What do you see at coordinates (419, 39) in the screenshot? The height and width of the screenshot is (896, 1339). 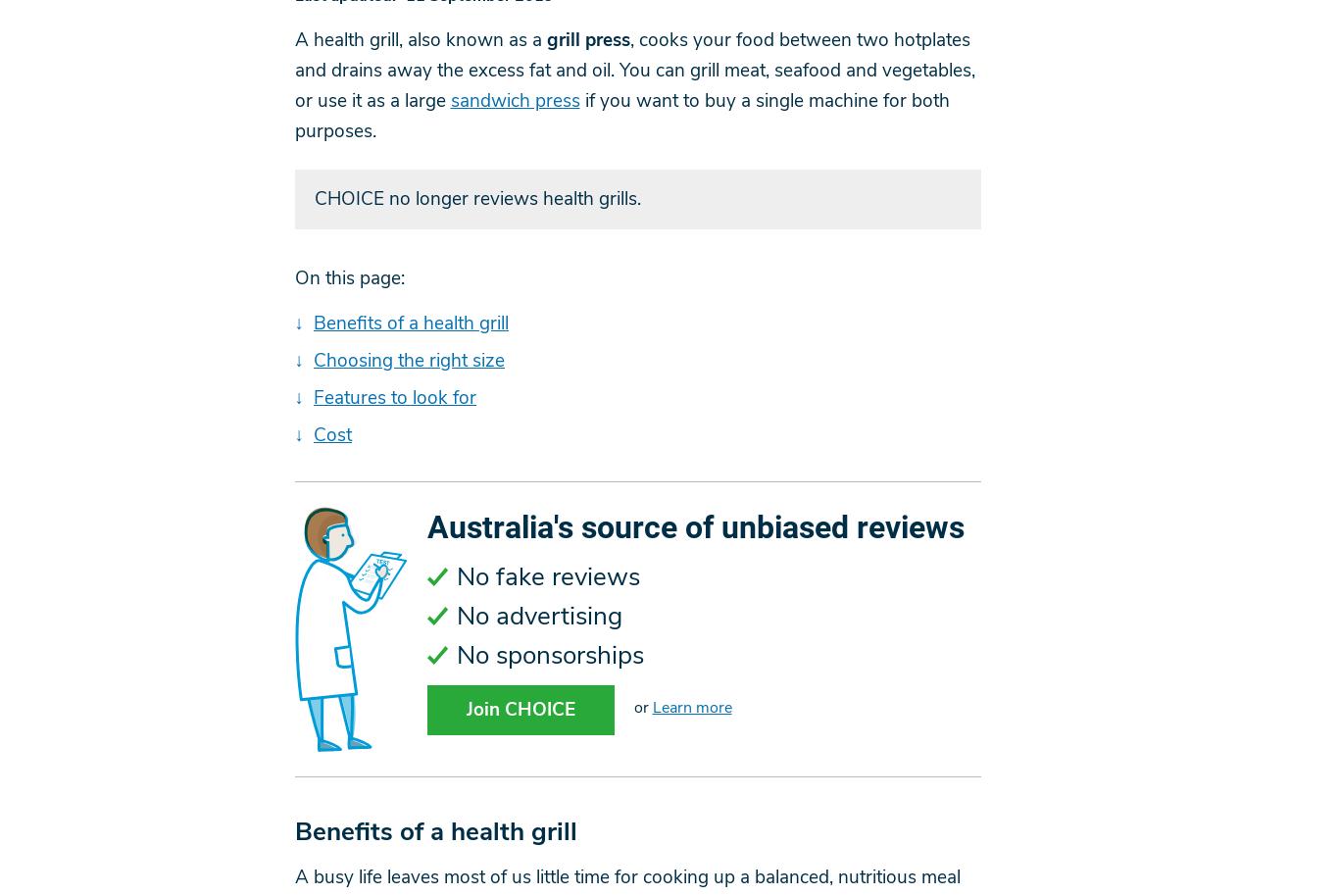 I see `'A health grill, also known as a'` at bounding box center [419, 39].